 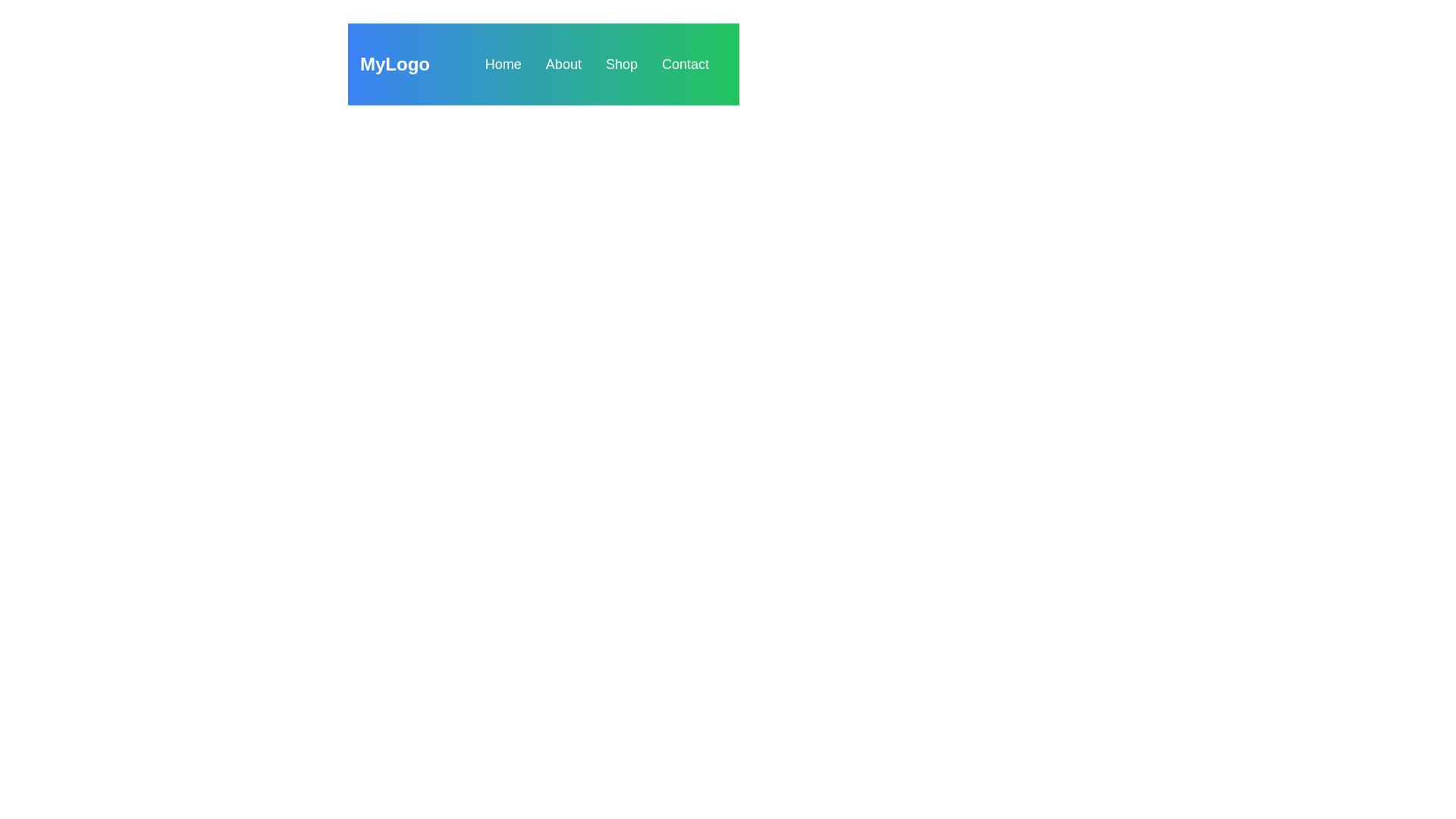 What do you see at coordinates (684, 63) in the screenshot?
I see `the 'Contact' hyperlink located in the top right navigation bar to change its color to yellow` at bounding box center [684, 63].